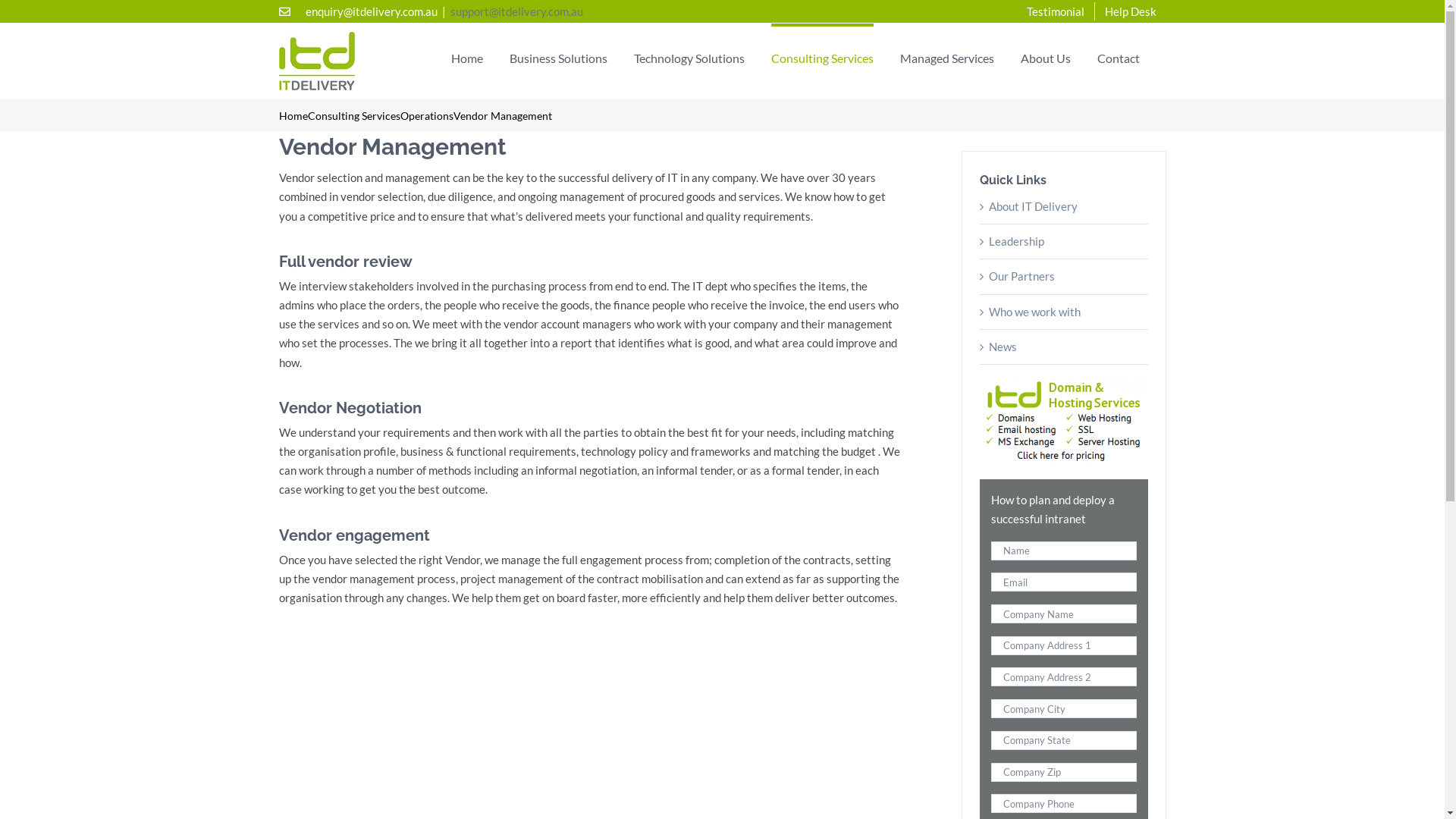  Describe the element at coordinates (557, 55) in the screenshot. I see `'Business Solutions'` at that location.